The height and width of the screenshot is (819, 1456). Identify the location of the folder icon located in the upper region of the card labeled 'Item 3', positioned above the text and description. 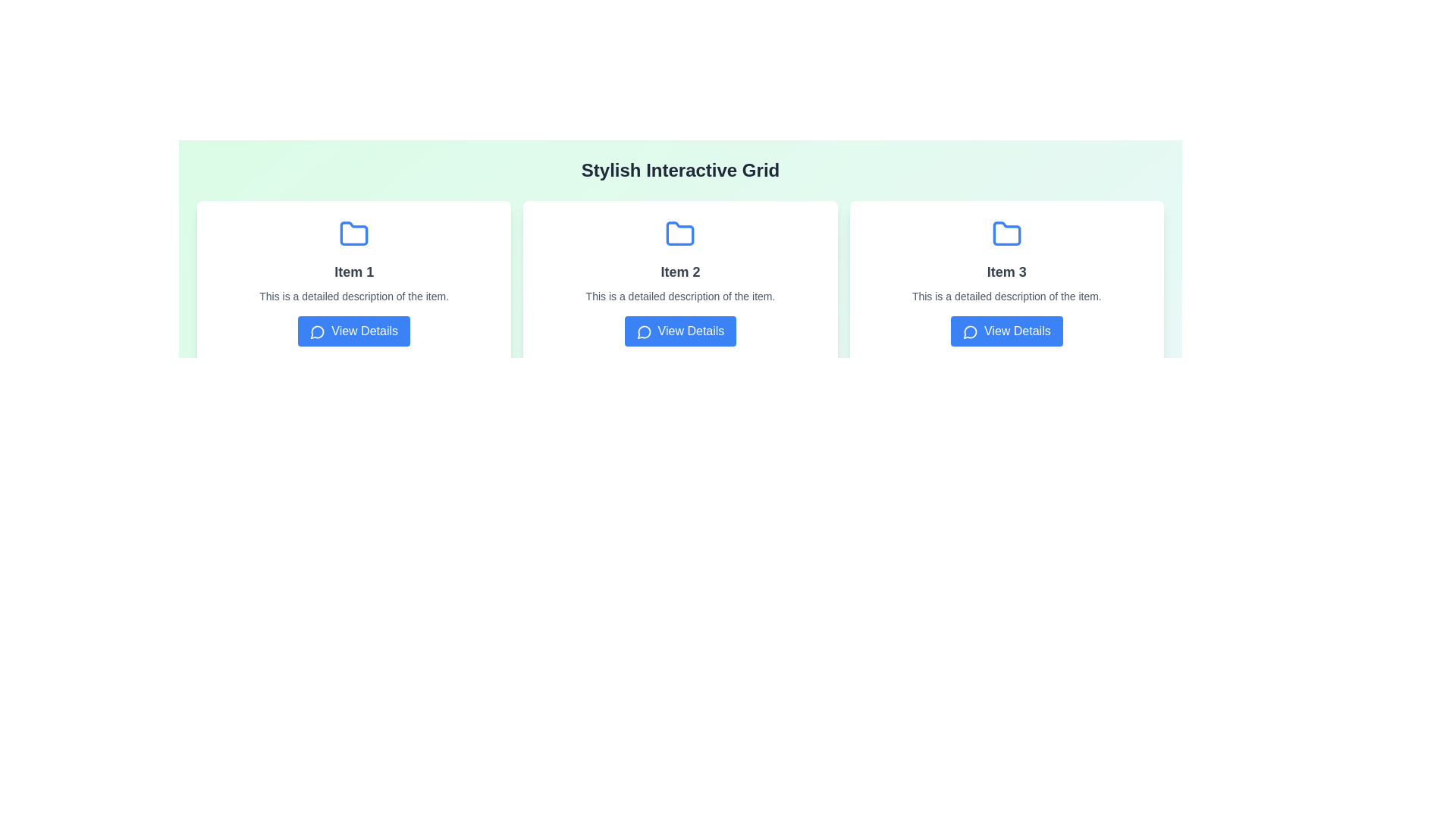
(1006, 234).